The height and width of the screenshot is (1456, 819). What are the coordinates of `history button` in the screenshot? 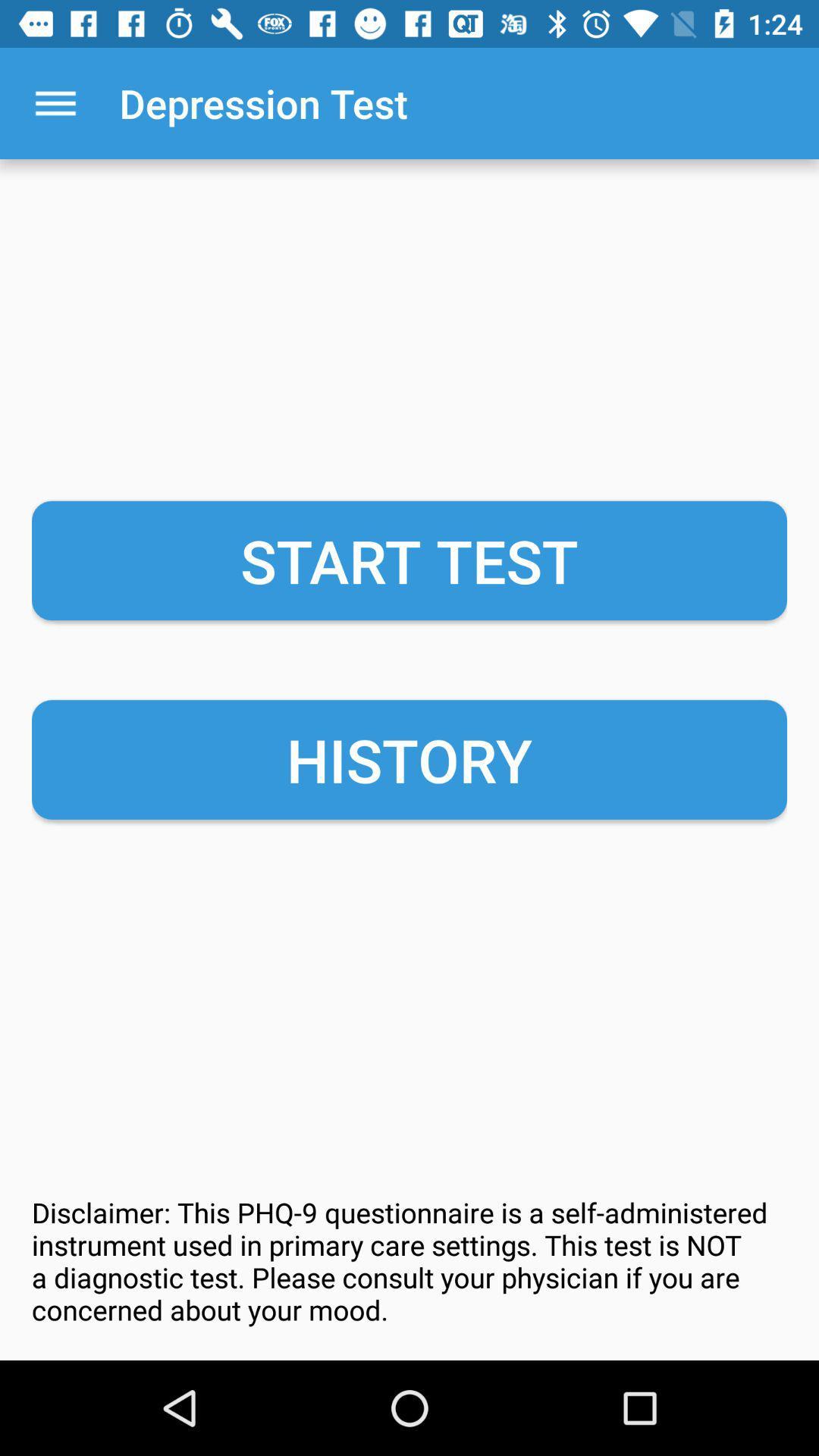 It's located at (409, 760).